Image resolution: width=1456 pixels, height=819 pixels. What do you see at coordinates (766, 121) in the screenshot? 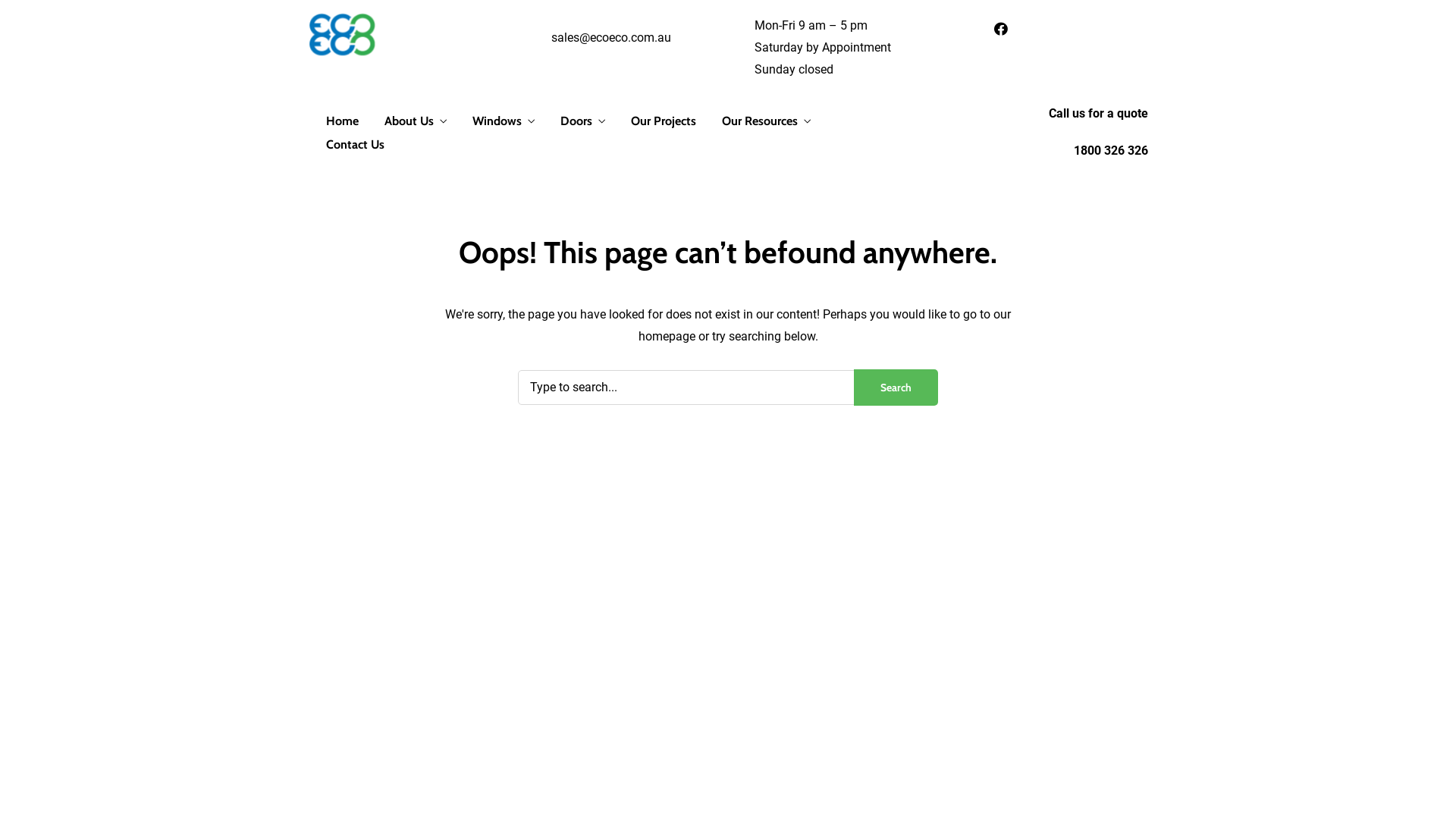
I see `'Our Resources'` at bounding box center [766, 121].